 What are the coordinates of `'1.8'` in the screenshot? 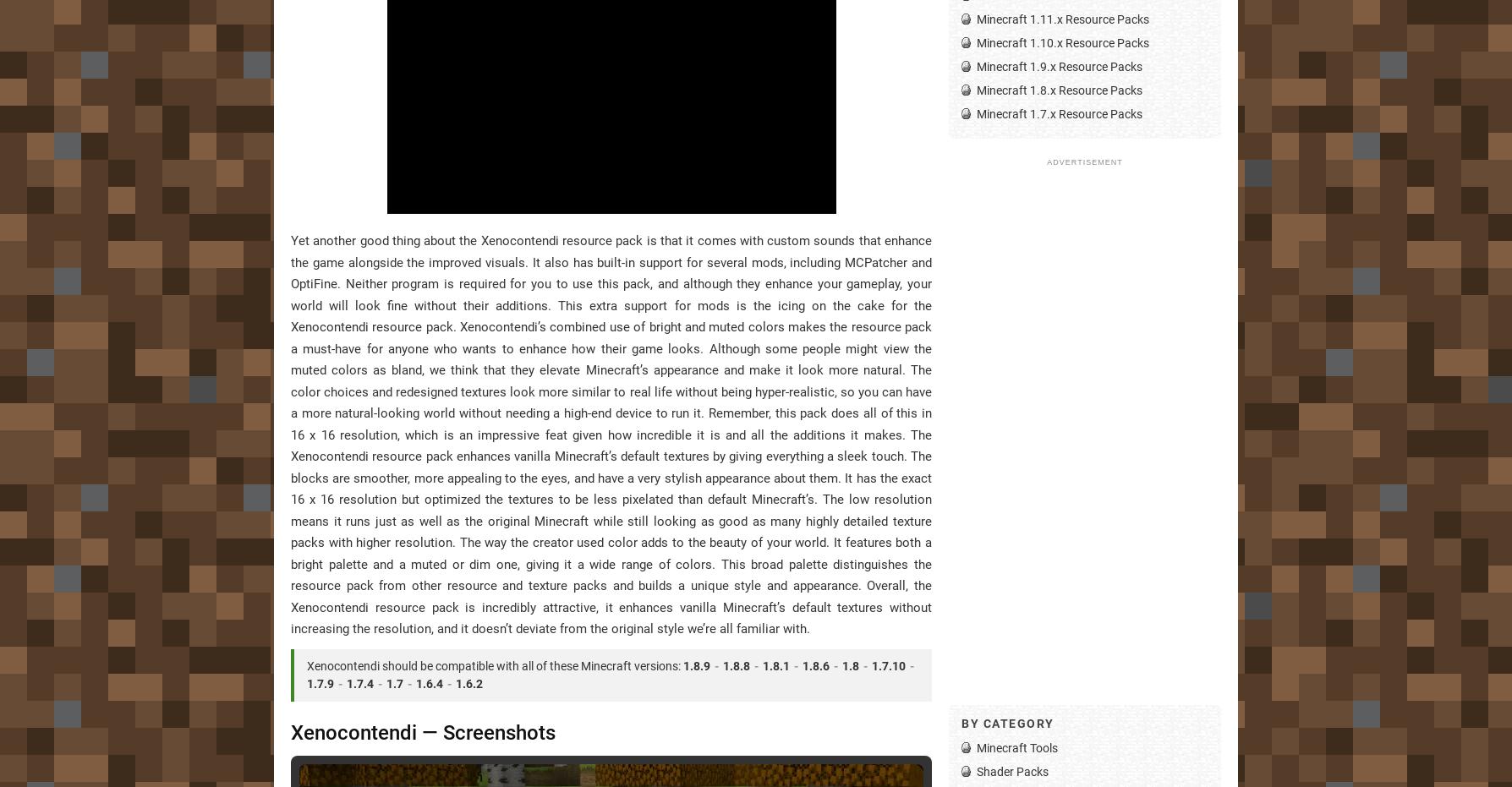 It's located at (840, 664).